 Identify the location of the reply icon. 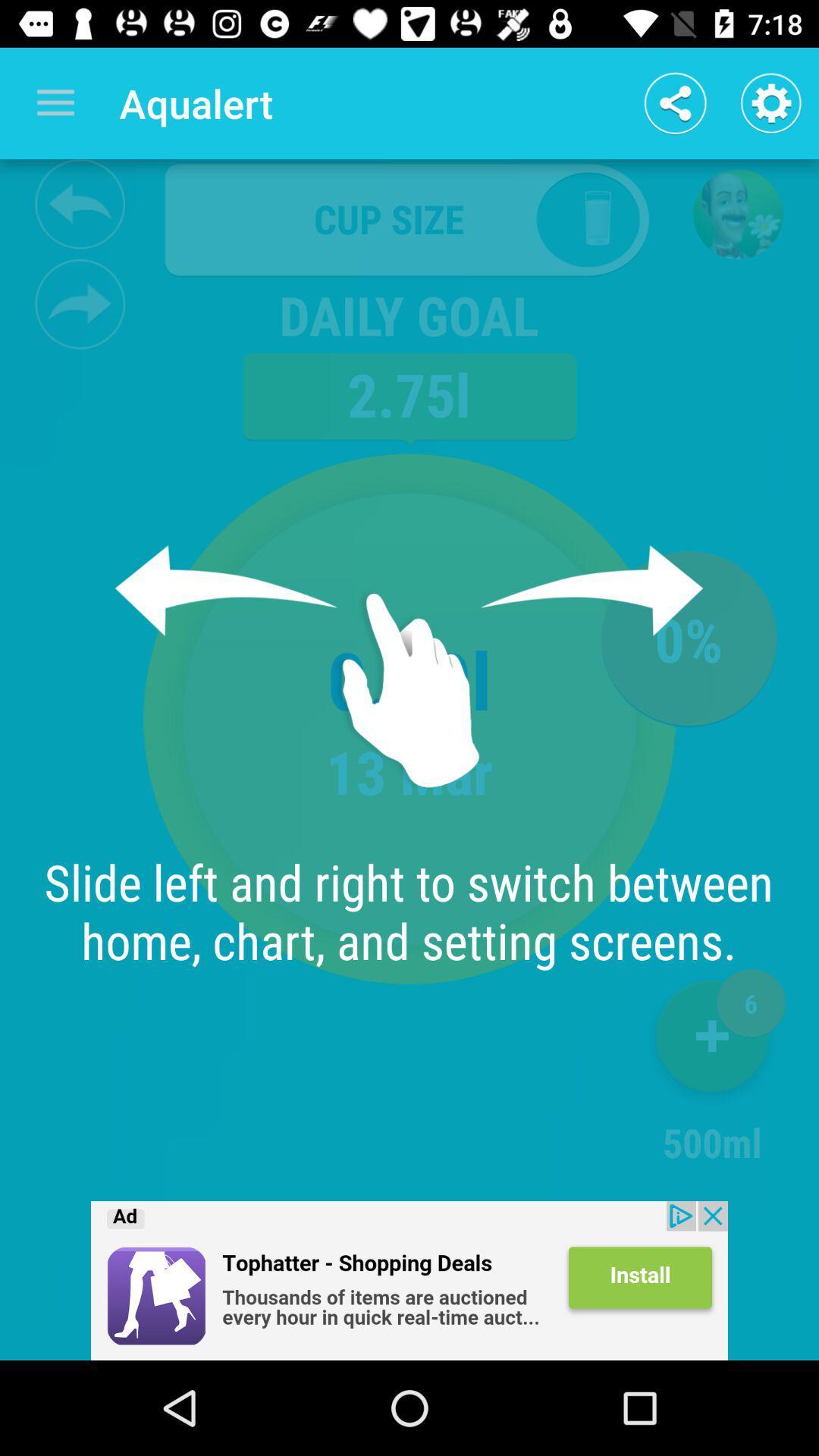
(80, 203).